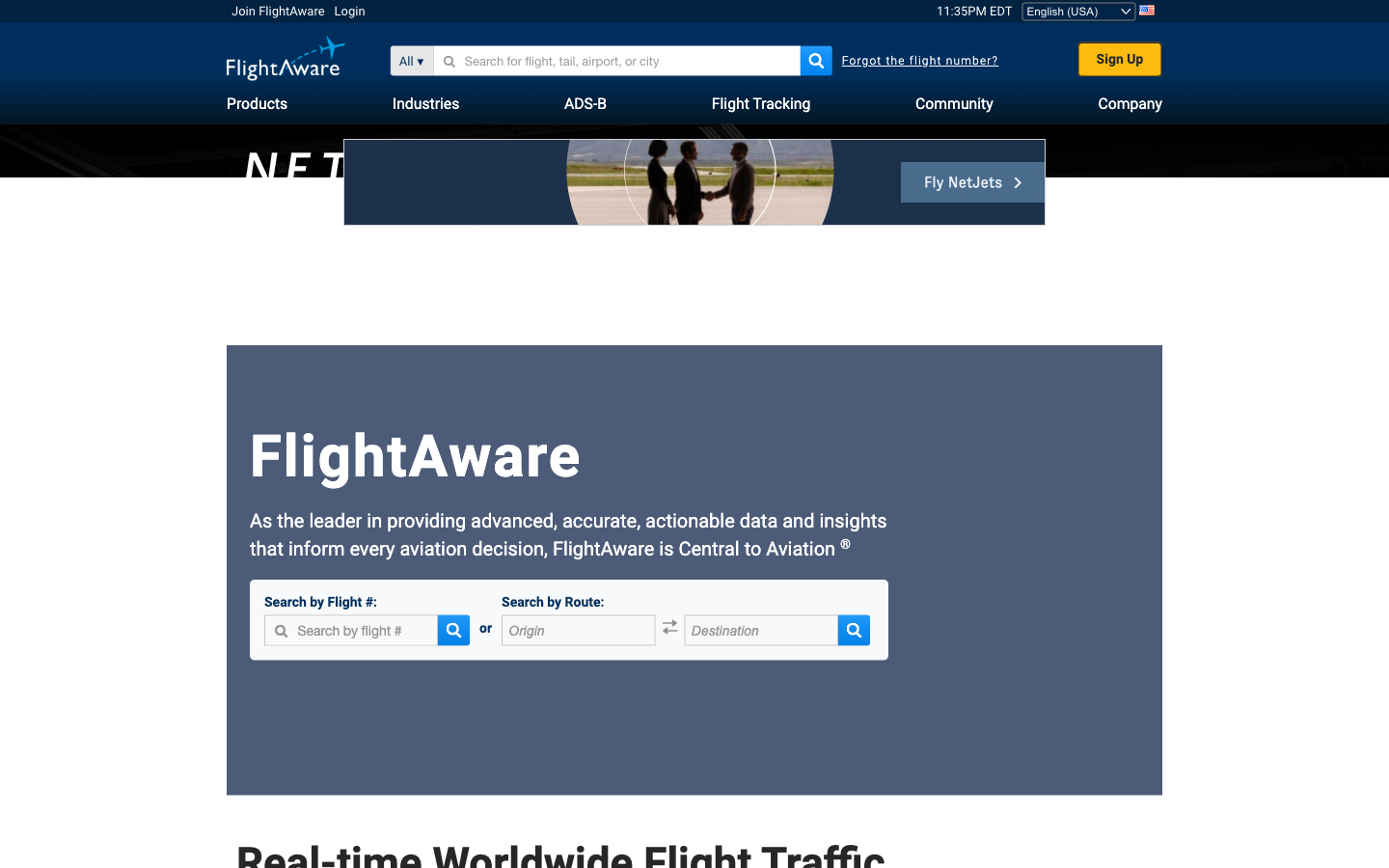  What do you see at coordinates (457, 60) in the screenshot?
I see `a Private Jet using its tail number: 1234` at bounding box center [457, 60].